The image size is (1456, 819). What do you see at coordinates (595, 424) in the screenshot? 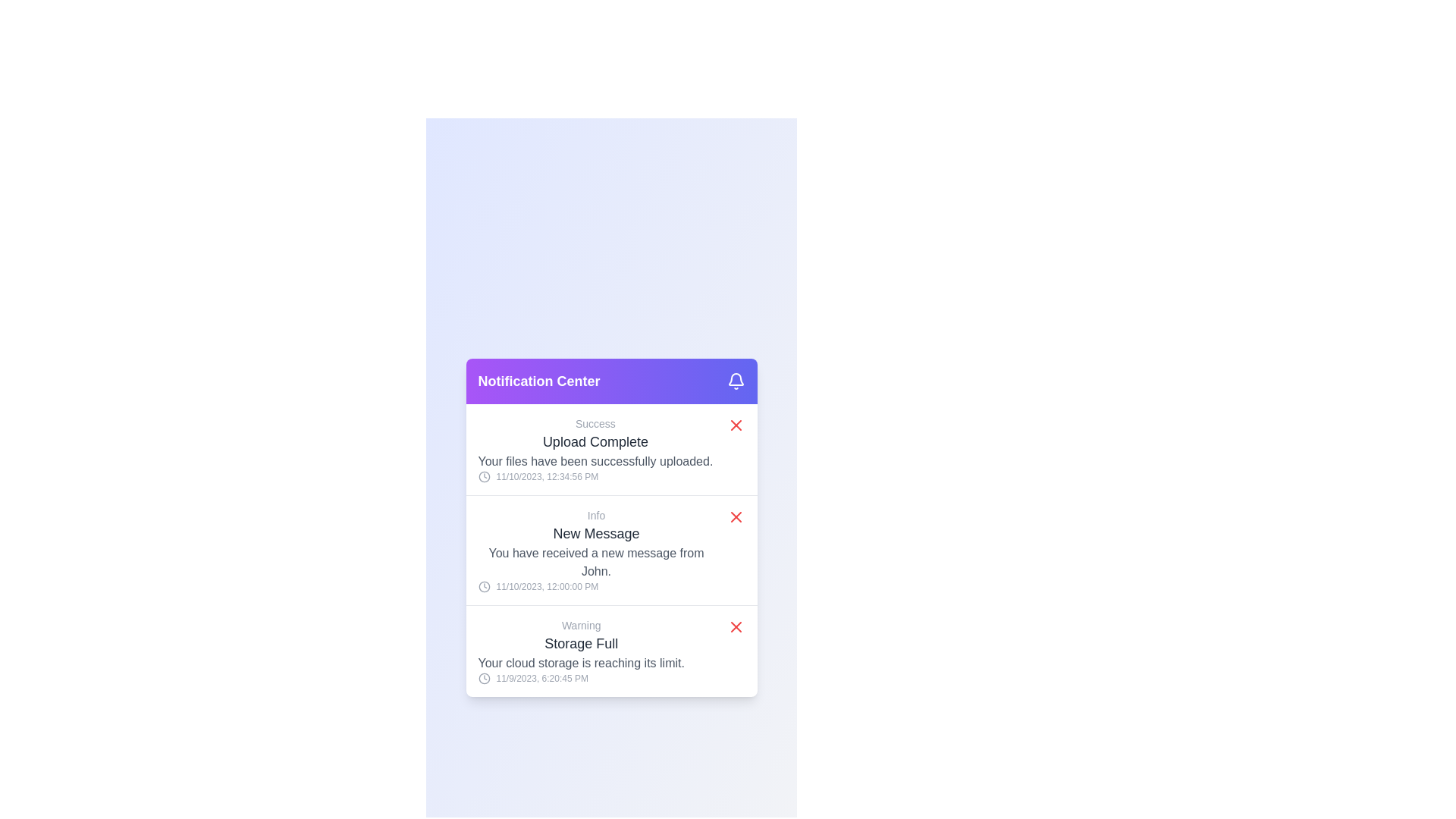
I see `the success status label located above the 'Upload Complete' header in the notification card` at bounding box center [595, 424].